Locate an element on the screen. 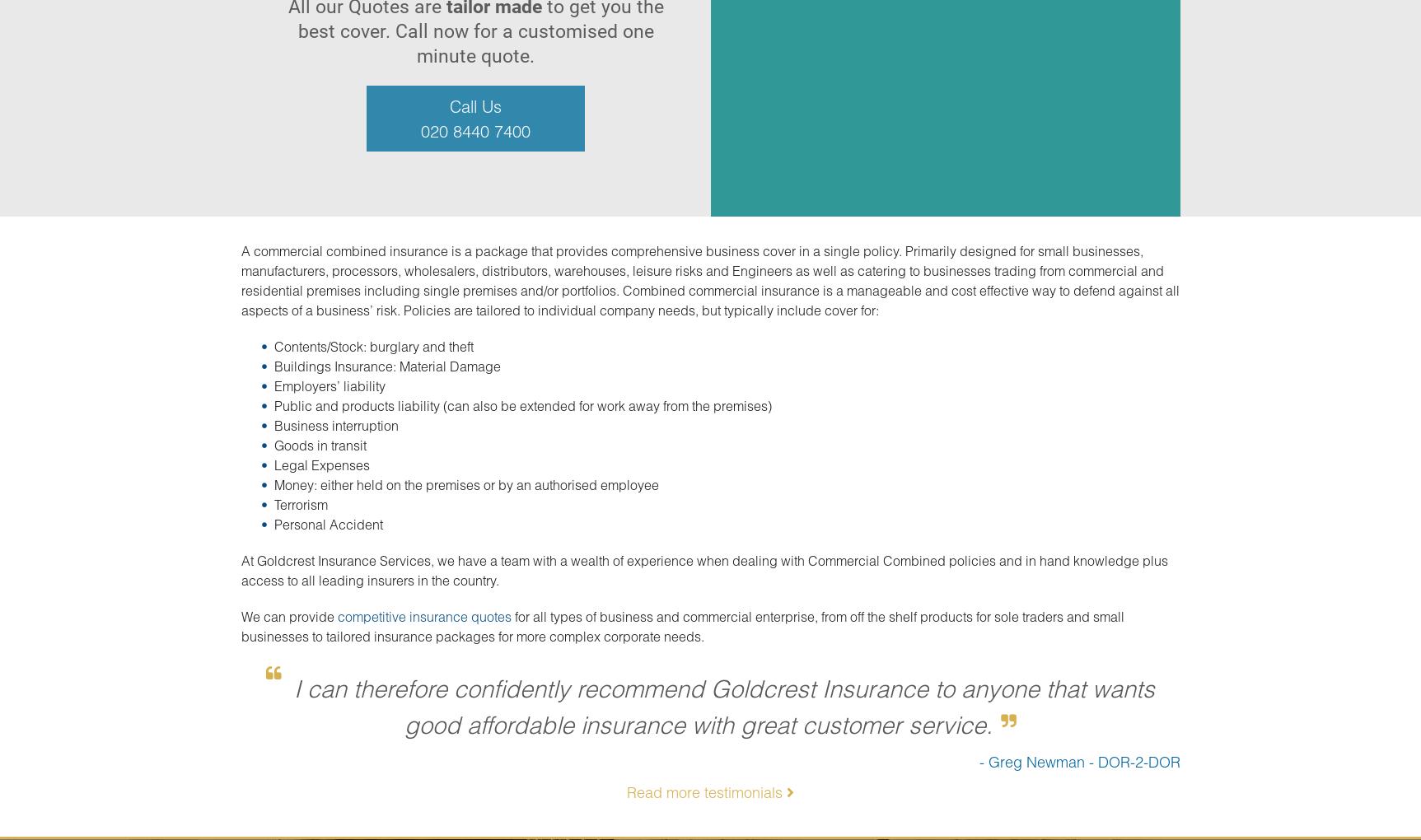  'Public and products liability (can also be extended for work away from the premises)' is located at coordinates (521, 405).